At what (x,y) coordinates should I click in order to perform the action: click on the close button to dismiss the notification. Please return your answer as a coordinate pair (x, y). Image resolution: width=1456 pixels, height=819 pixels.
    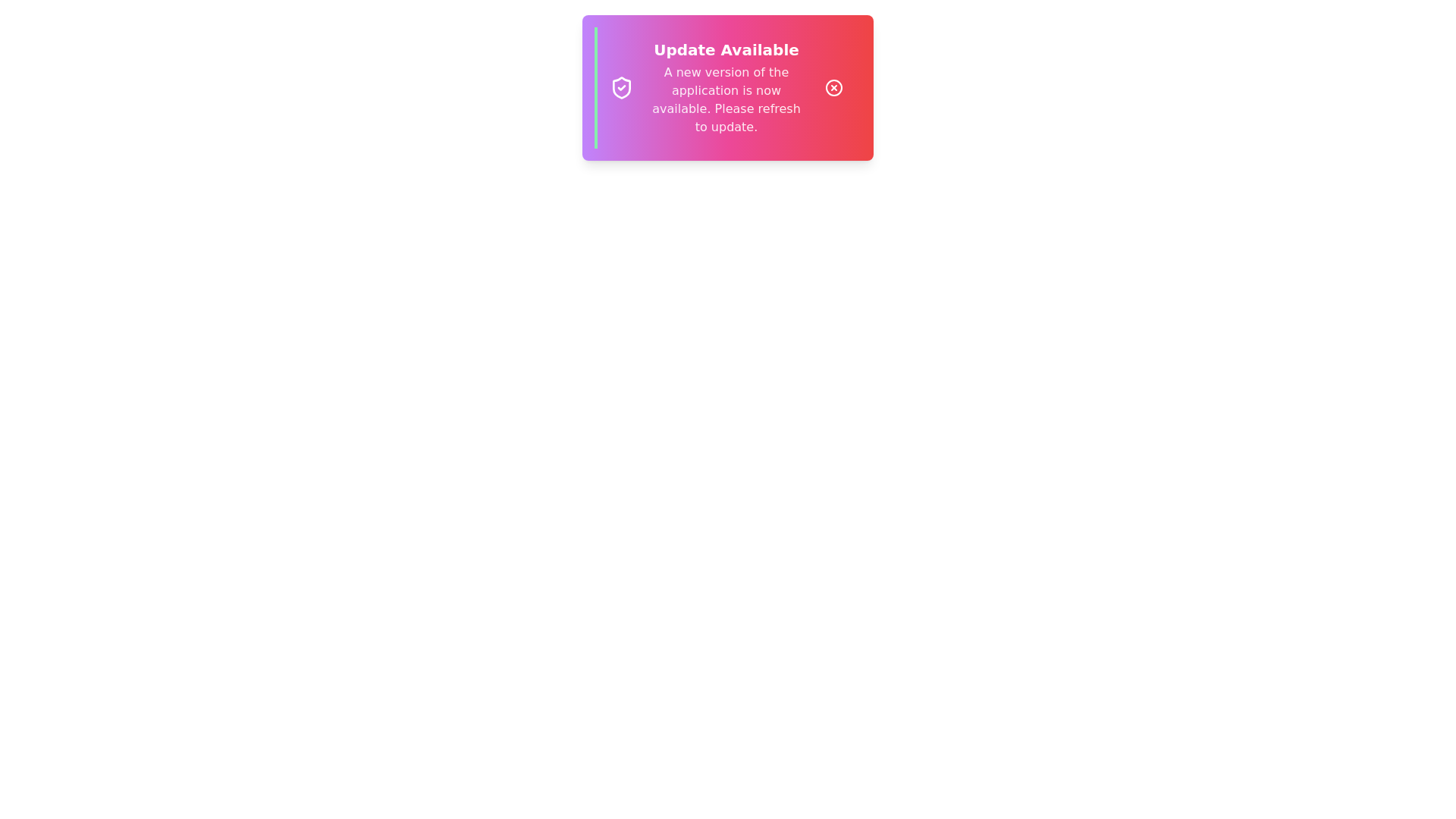
    Looking at the image, I should click on (833, 87).